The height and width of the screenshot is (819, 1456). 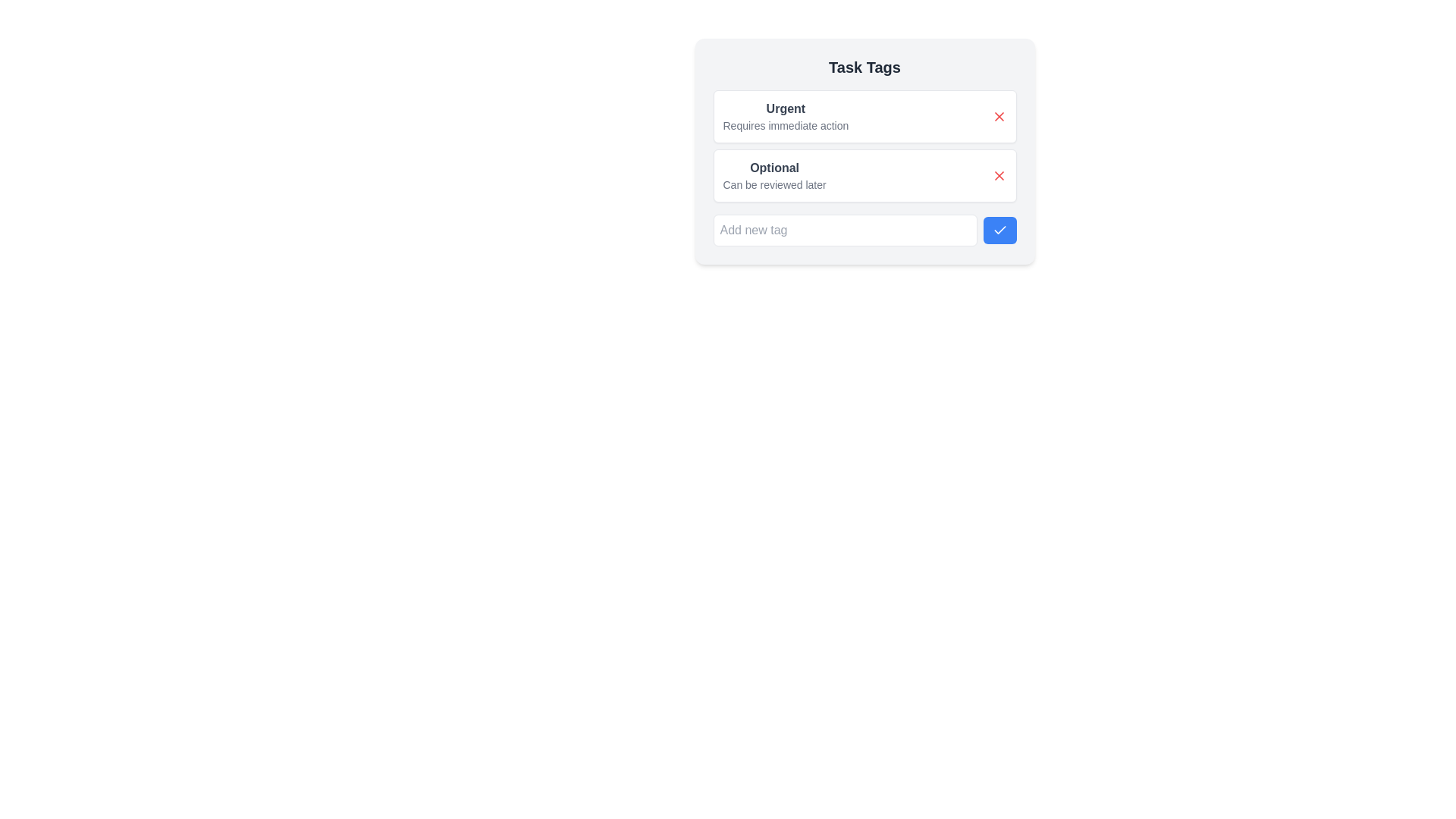 What do you see at coordinates (999, 230) in the screenshot?
I see `the action confirmation icon located within the blue button next to the 'Add new tag' input field` at bounding box center [999, 230].